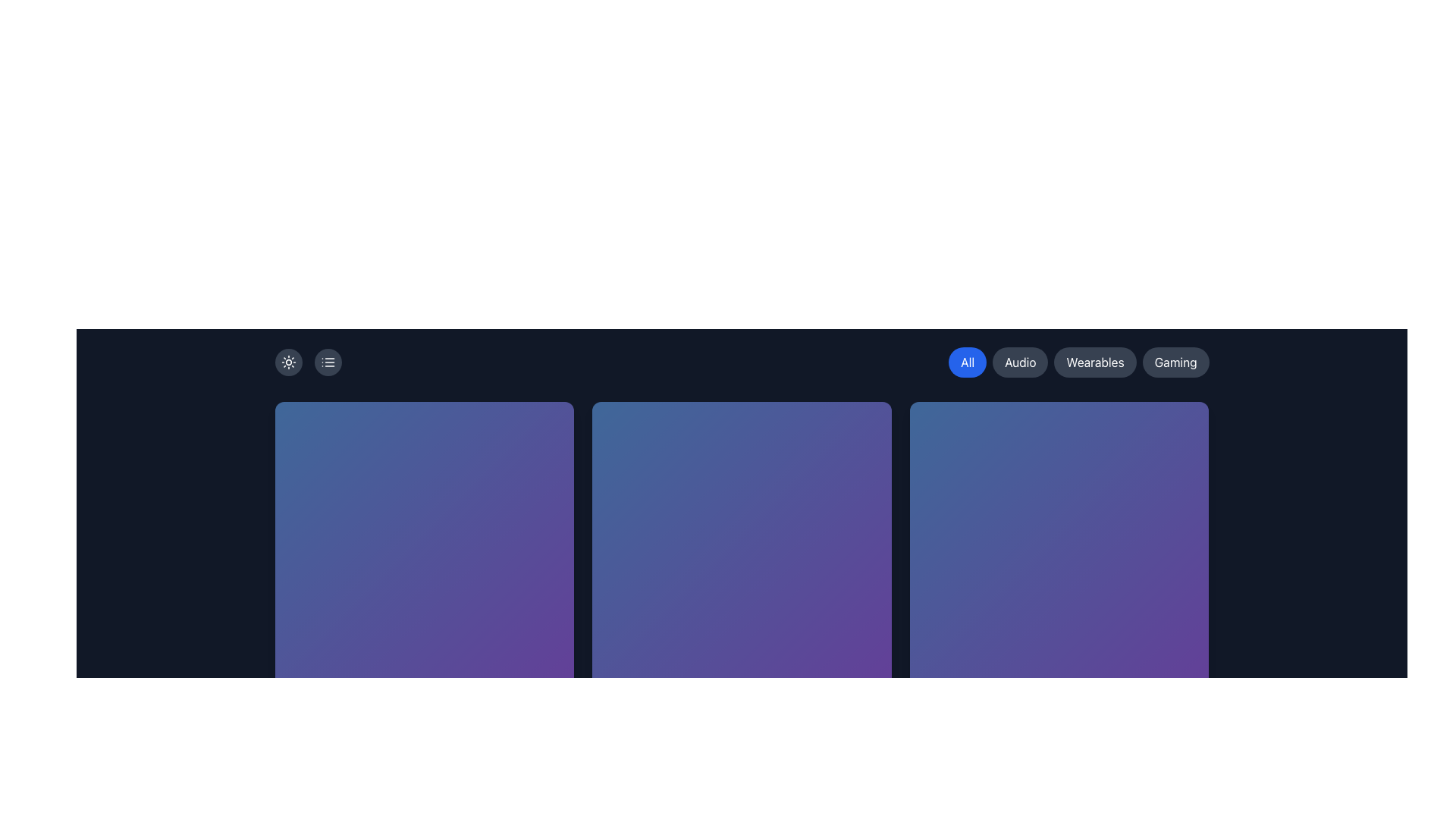  Describe the element at coordinates (424, 551) in the screenshot. I see `the Decorative component which acts as a visual representation in the card layout, enhancing the aesthetic of the interface` at that location.